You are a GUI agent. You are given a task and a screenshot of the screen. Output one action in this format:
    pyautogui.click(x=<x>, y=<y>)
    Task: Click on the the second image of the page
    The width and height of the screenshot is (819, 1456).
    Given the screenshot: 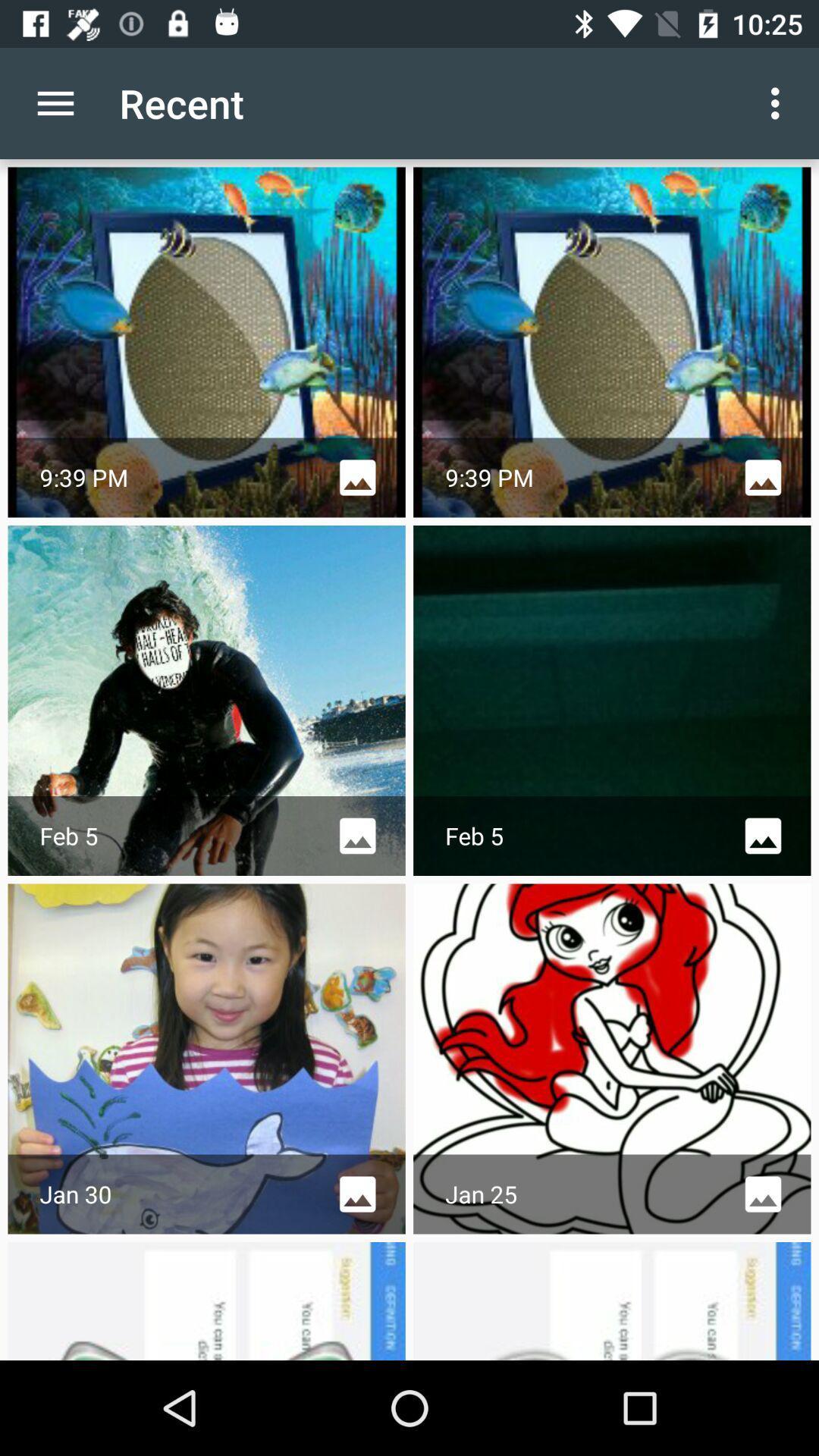 What is the action you would take?
    pyautogui.click(x=611, y=341)
    